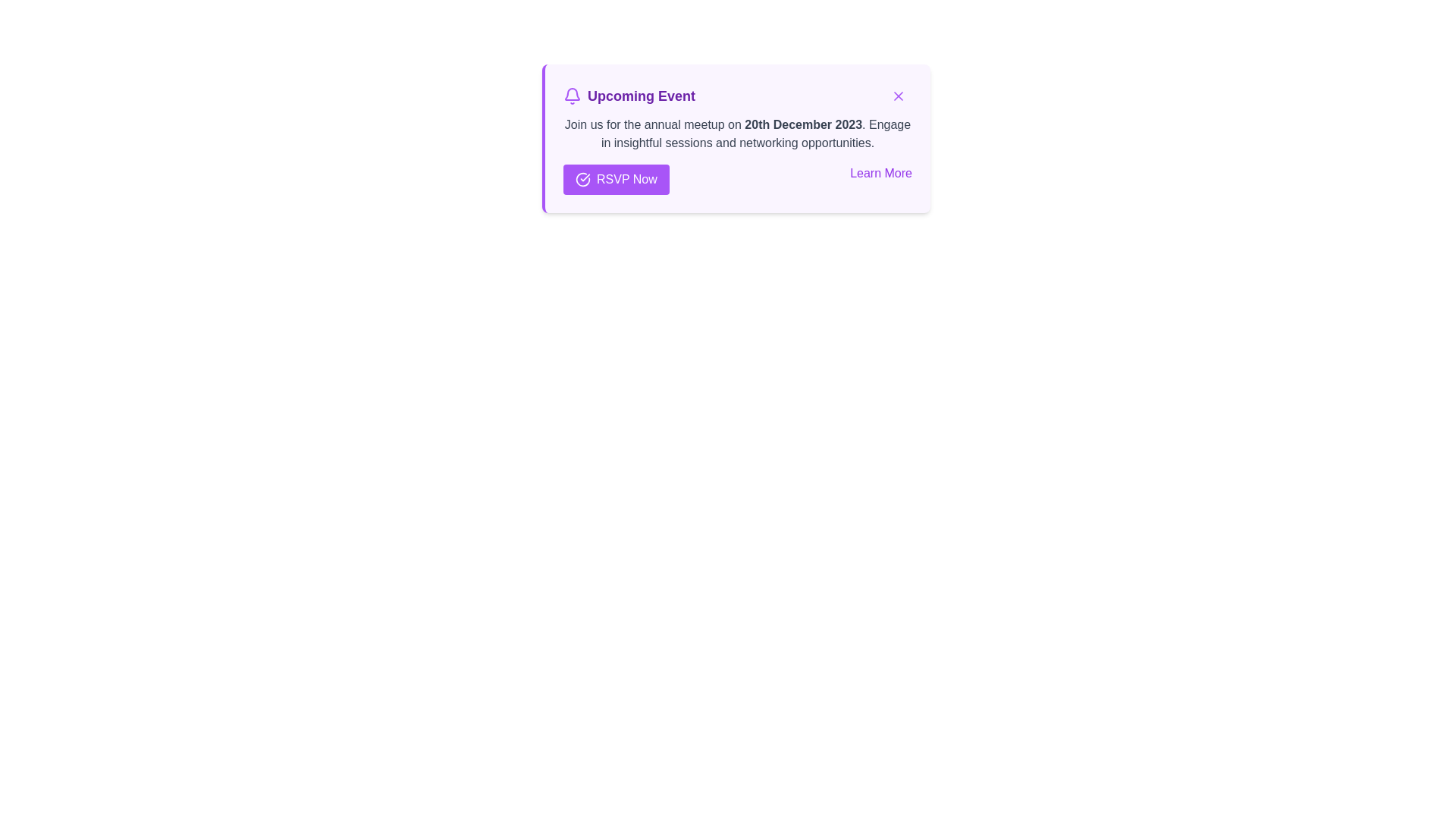  What do you see at coordinates (641, 96) in the screenshot?
I see `the text element styled in a large, bold purple font that reads 'Upcoming Event', located to the right of the bell icon` at bounding box center [641, 96].